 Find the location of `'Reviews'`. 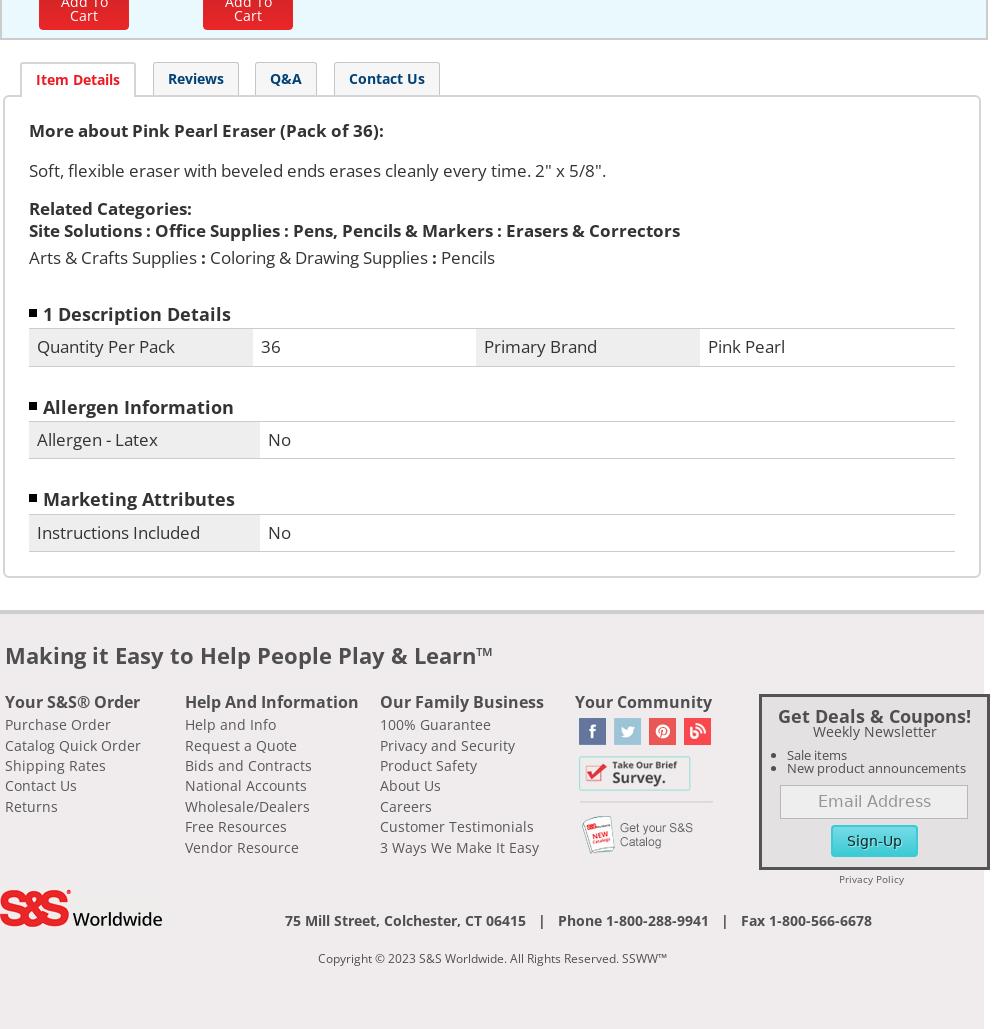

'Reviews' is located at coordinates (167, 76).